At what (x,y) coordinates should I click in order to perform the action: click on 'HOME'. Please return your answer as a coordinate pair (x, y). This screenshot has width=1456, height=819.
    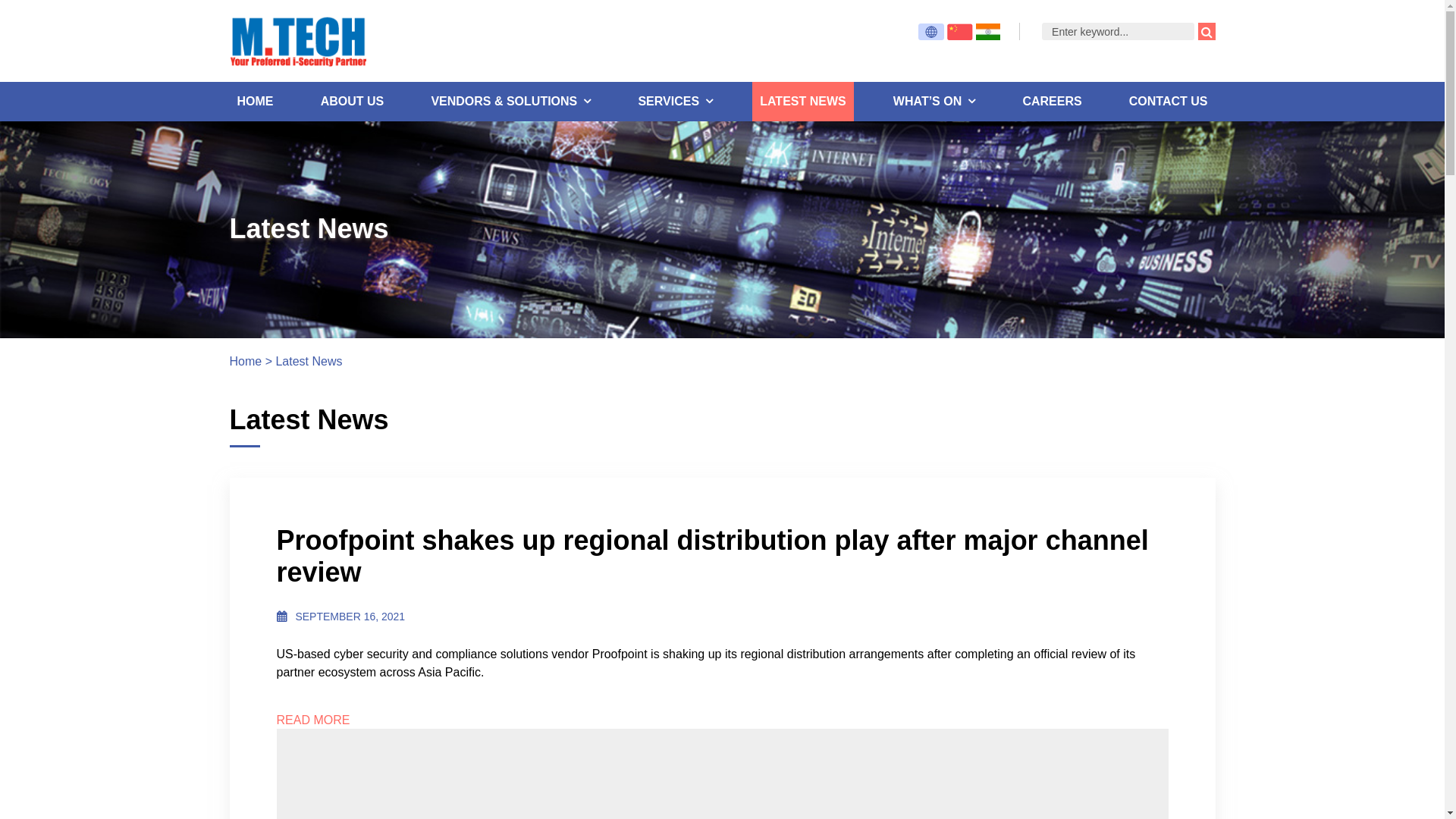
    Looking at the image, I should click on (255, 102).